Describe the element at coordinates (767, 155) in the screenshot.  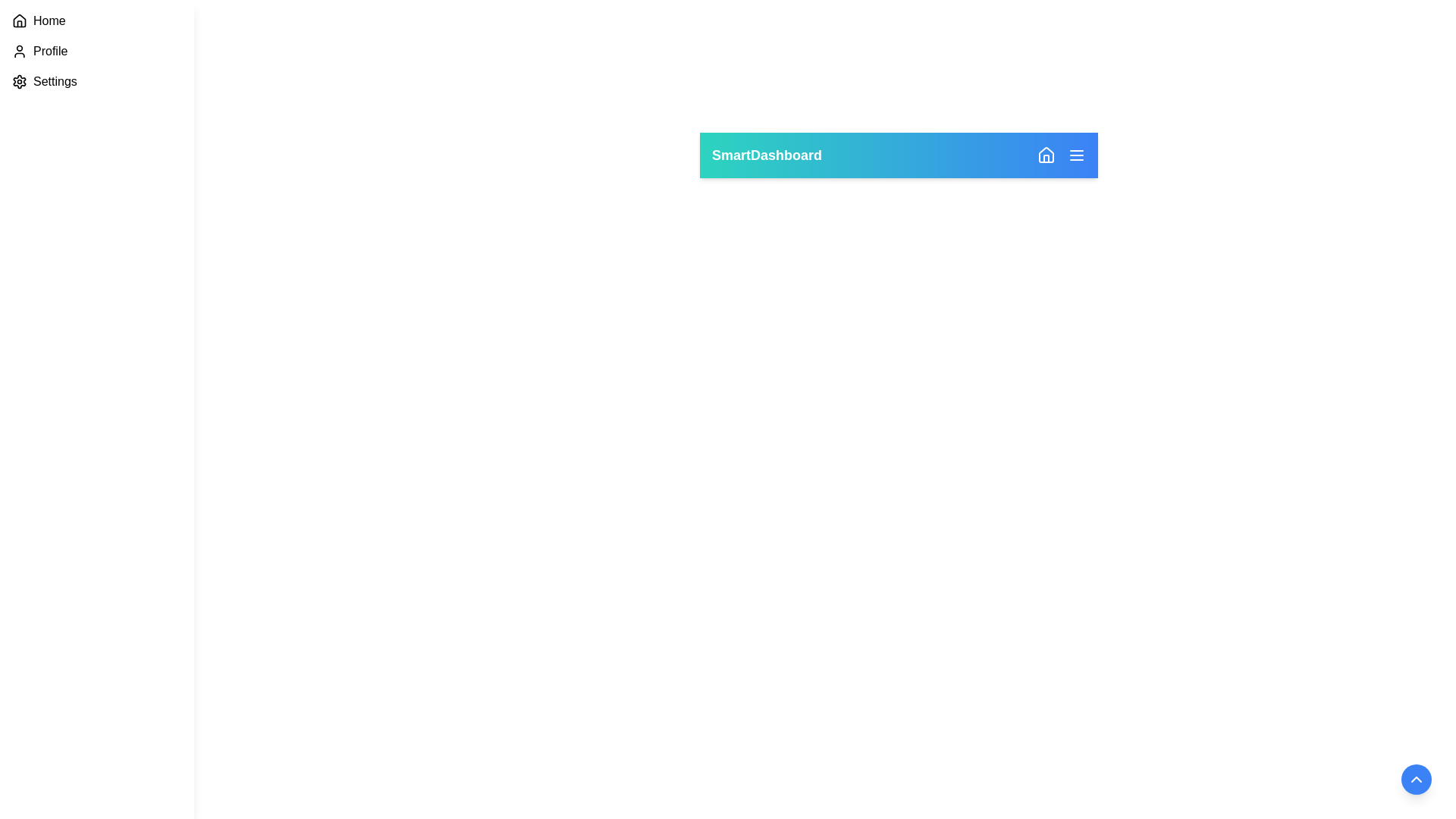
I see `the text element displaying 'SmartDashboard' in bold white font, located on the left side of the header bar with a gradient background transitioning from teal to blue` at that location.